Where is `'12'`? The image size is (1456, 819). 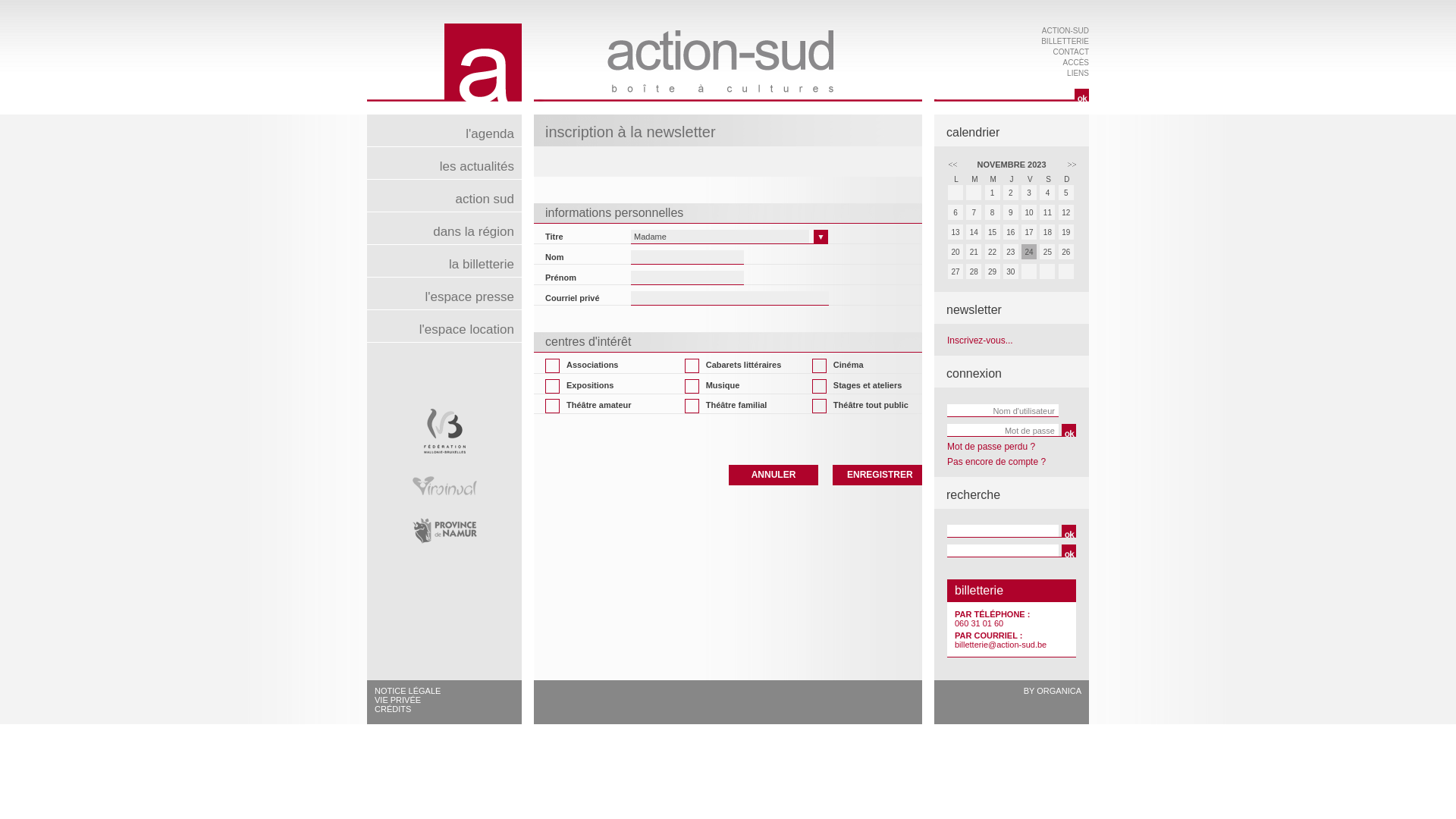
'12' is located at coordinates (1065, 212).